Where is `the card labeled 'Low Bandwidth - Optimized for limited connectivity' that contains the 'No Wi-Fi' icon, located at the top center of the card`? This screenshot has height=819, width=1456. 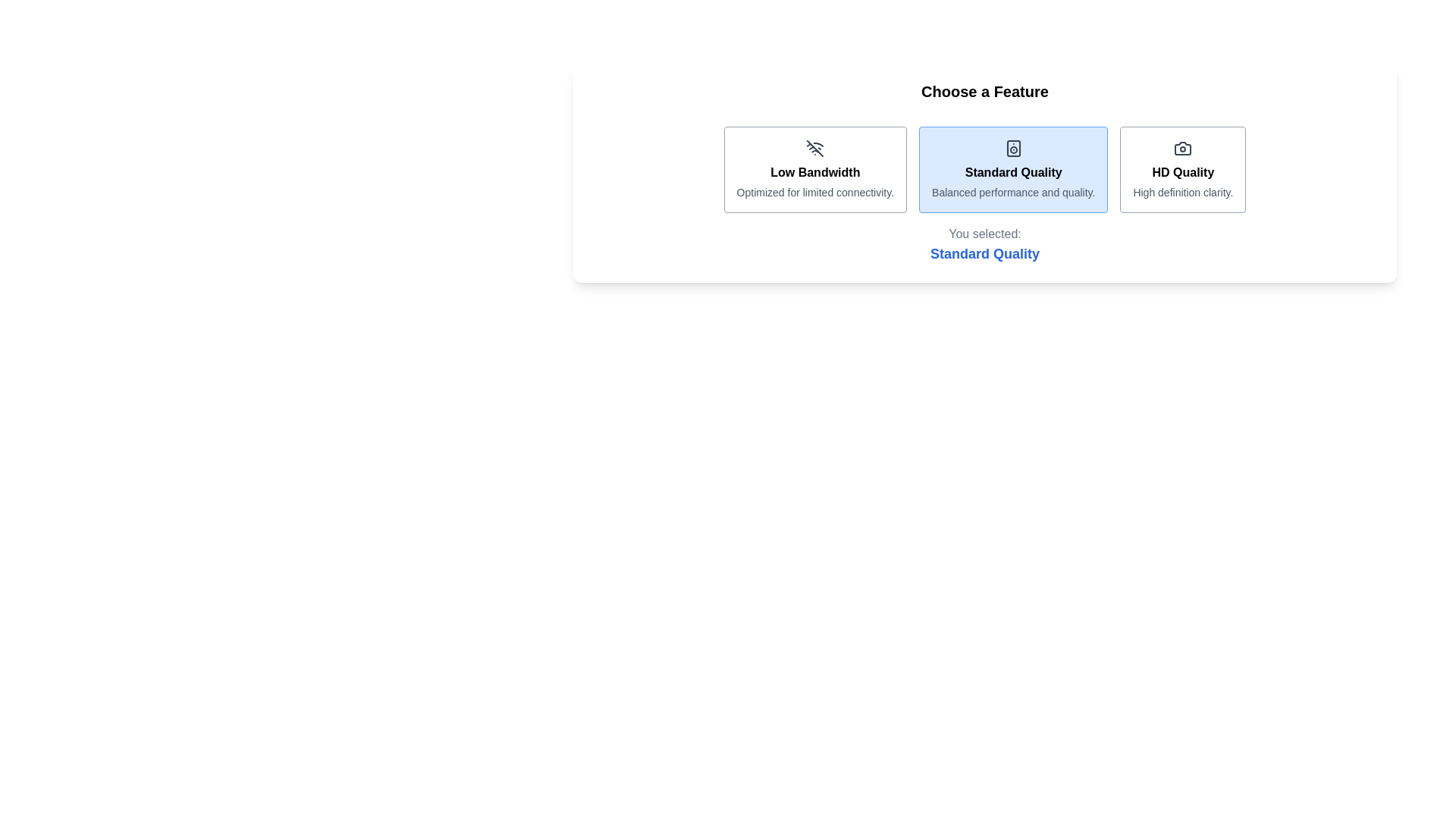 the card labeled 'Low Bandwidth - Optimized for limited connectivity' that contains the 'No Wi-Fi' icon, located at the top center of the card is located at coordinates (814, 149).